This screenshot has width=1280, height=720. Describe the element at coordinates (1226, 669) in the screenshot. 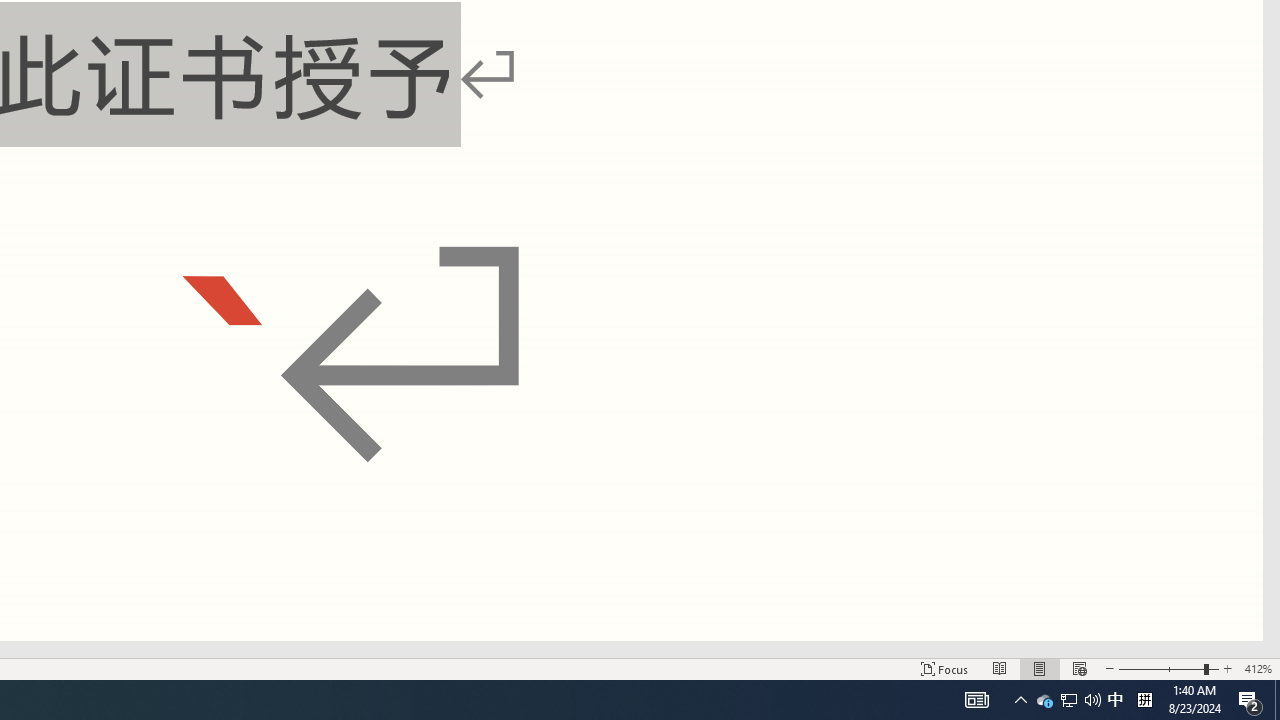

I see `'Zoom In'` at that location.